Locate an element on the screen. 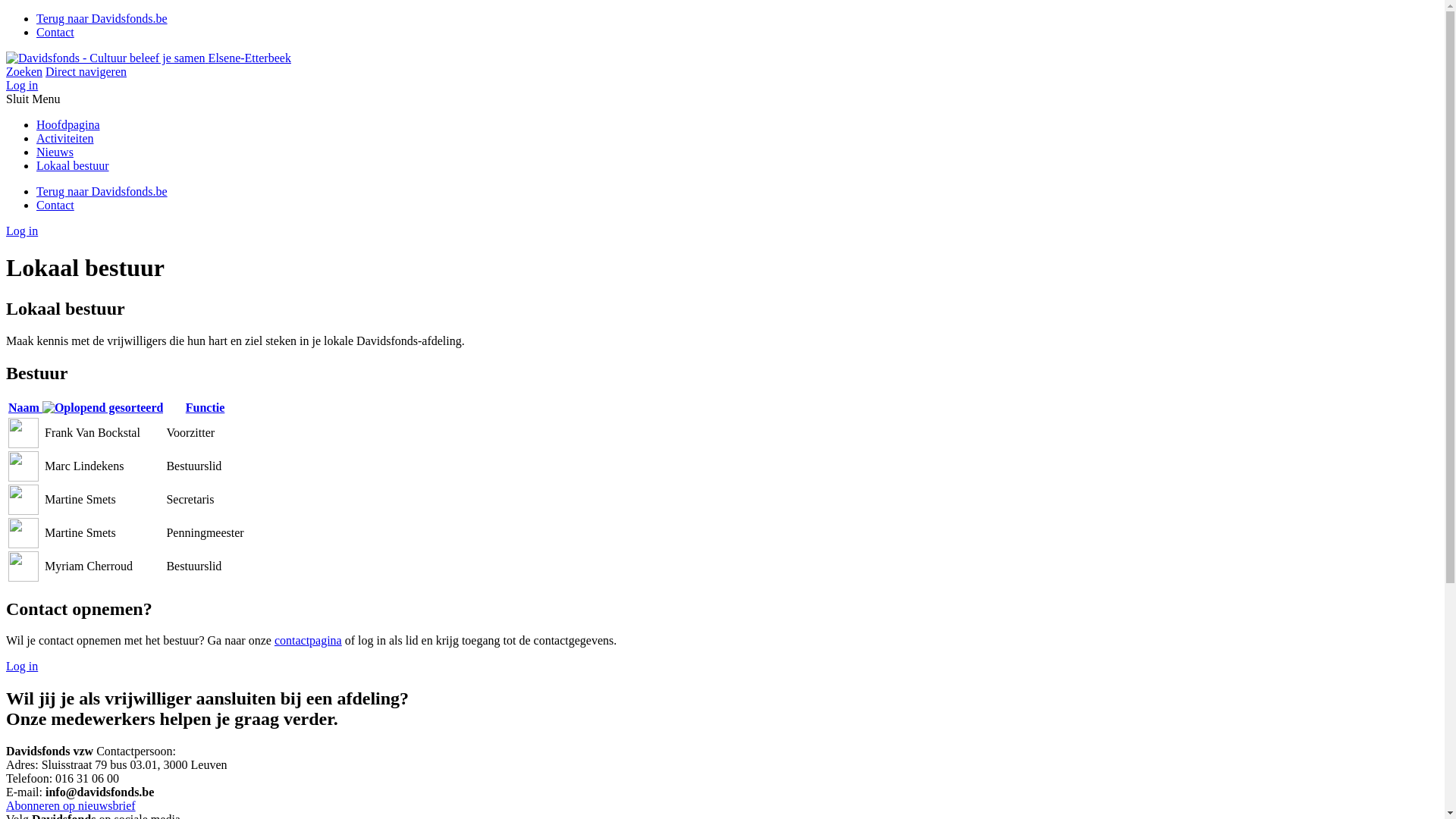  'Direct navigeren' is located at coordinates (85, 71).